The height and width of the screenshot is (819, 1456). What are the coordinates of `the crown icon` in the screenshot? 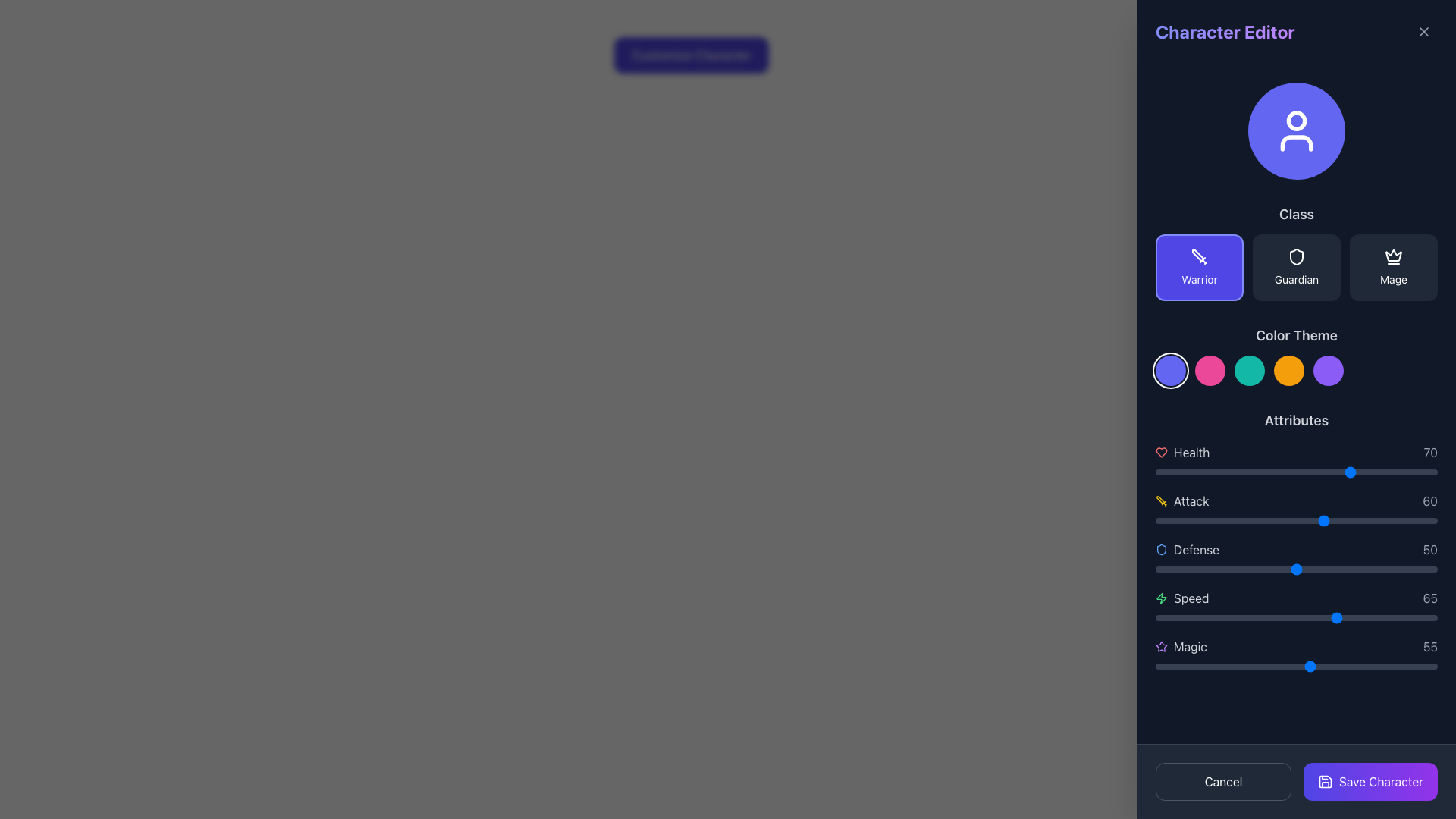 It's located at (1394, 256).